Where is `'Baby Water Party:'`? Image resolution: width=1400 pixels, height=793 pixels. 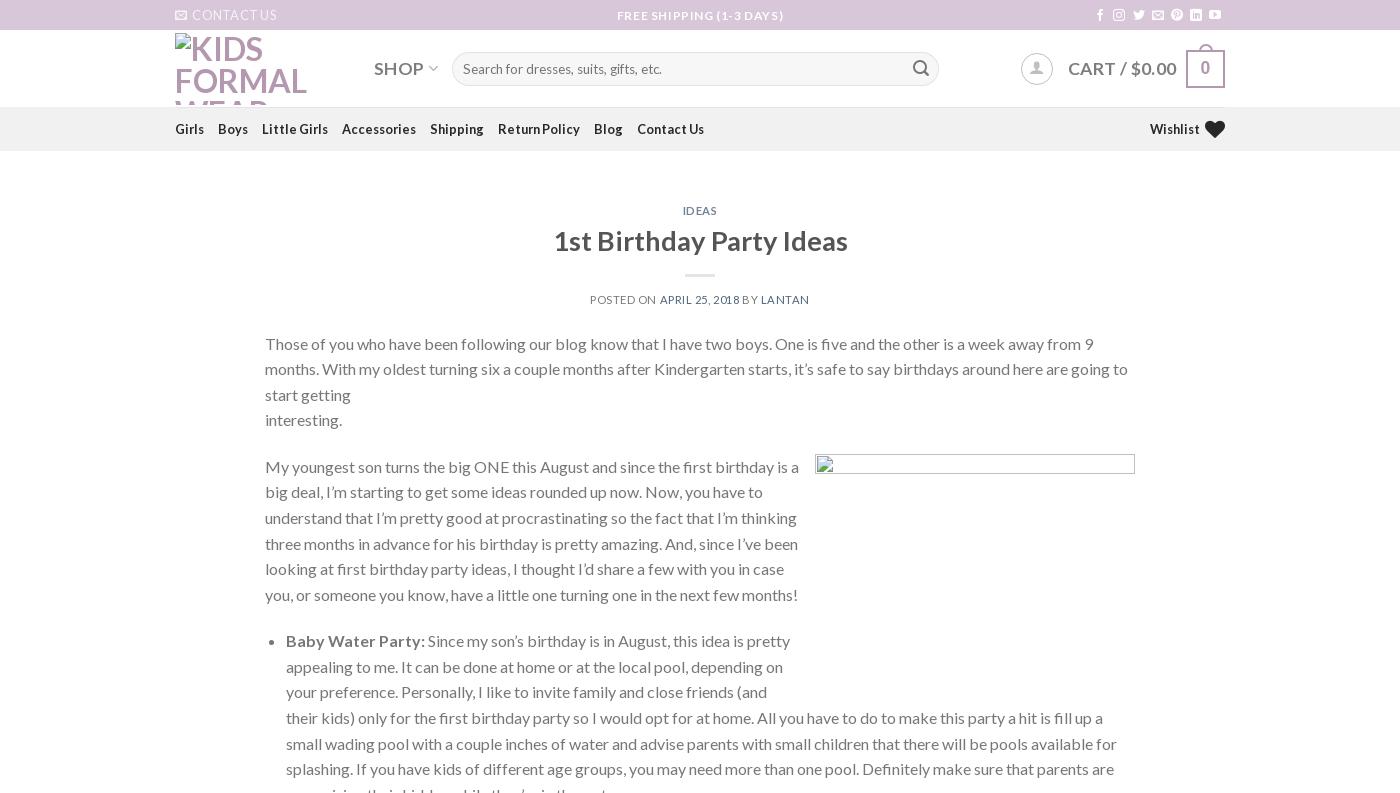
'Baby Water Party:' is located at coordinates (285, 639).